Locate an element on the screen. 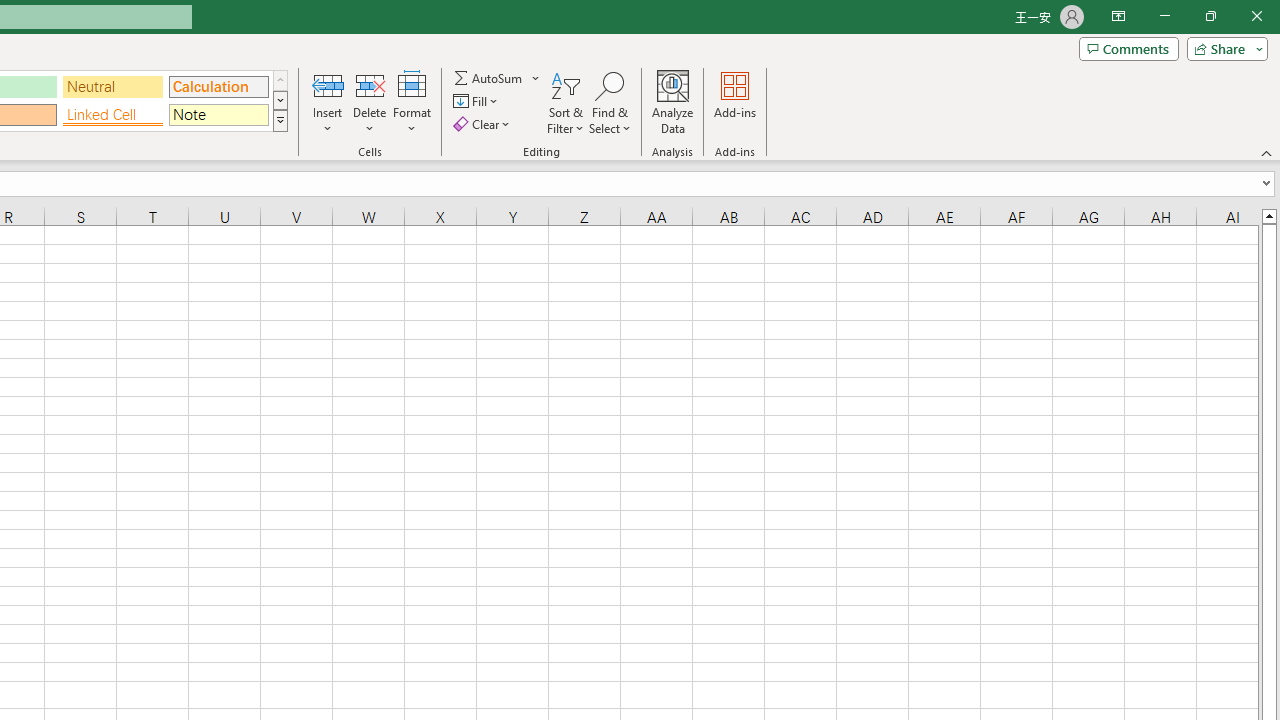 This screenshot has height=720, width=1280. 'Restore Down' is located at coordinates (1209, 16).